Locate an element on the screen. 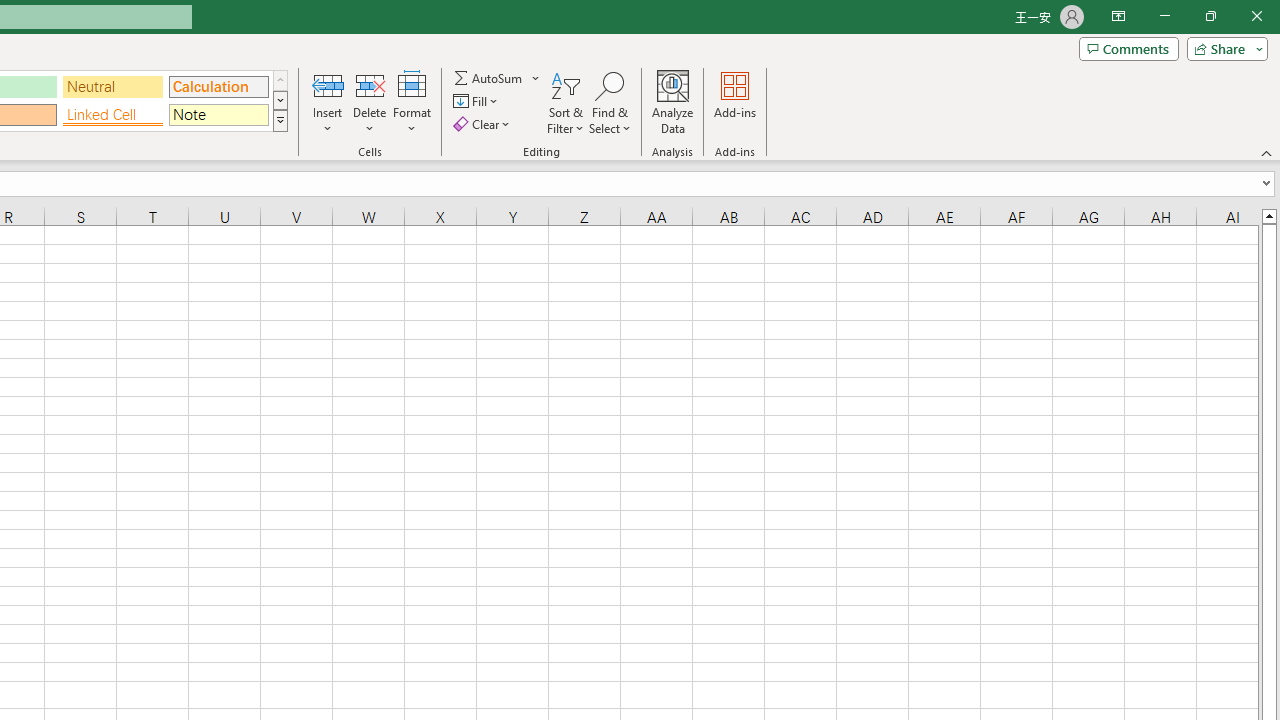 This screenshot has height=720, width=1280. 'Restore Down' is located at coordinates (1209, 16).